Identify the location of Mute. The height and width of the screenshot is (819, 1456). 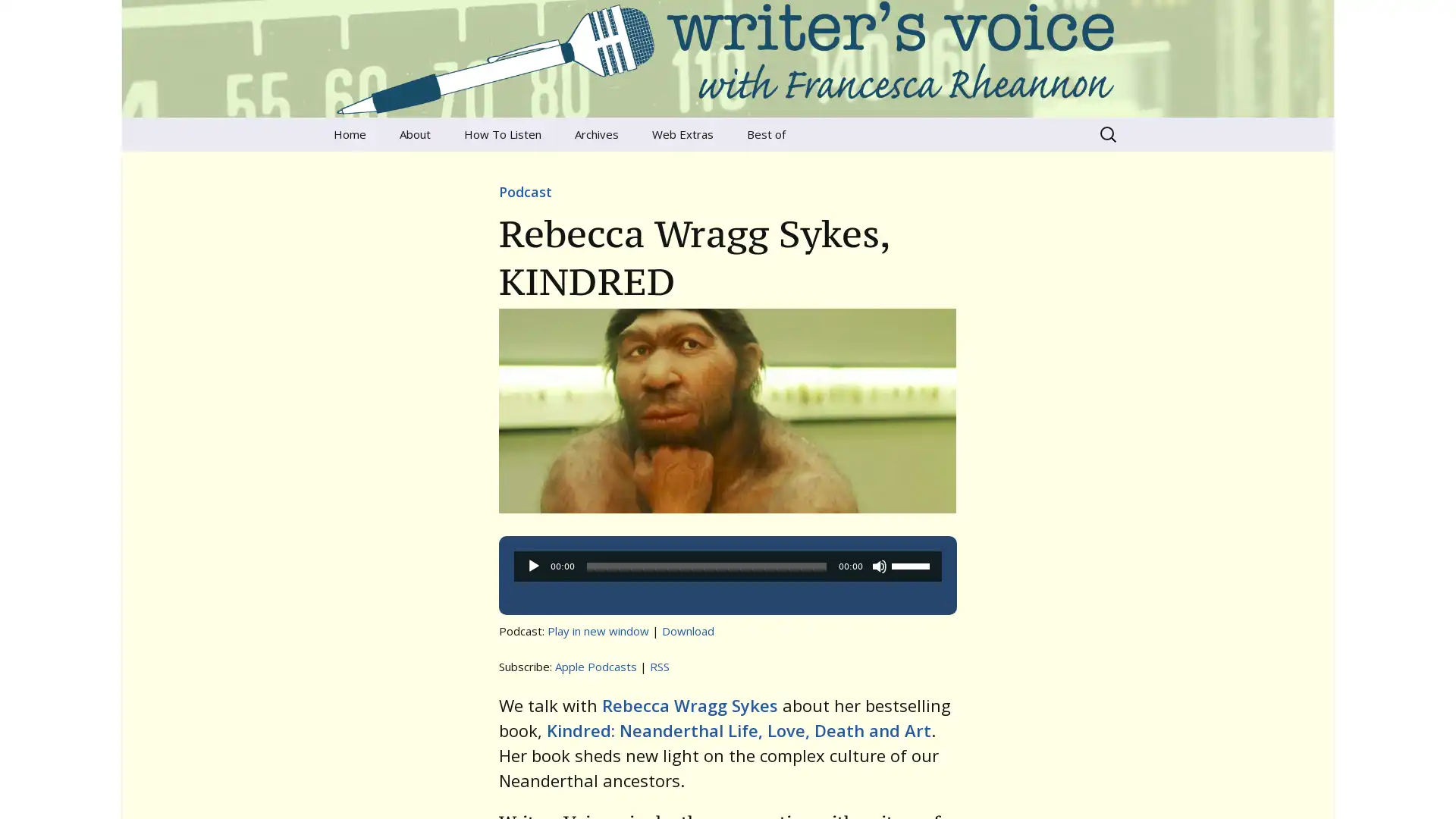
(880, 566).